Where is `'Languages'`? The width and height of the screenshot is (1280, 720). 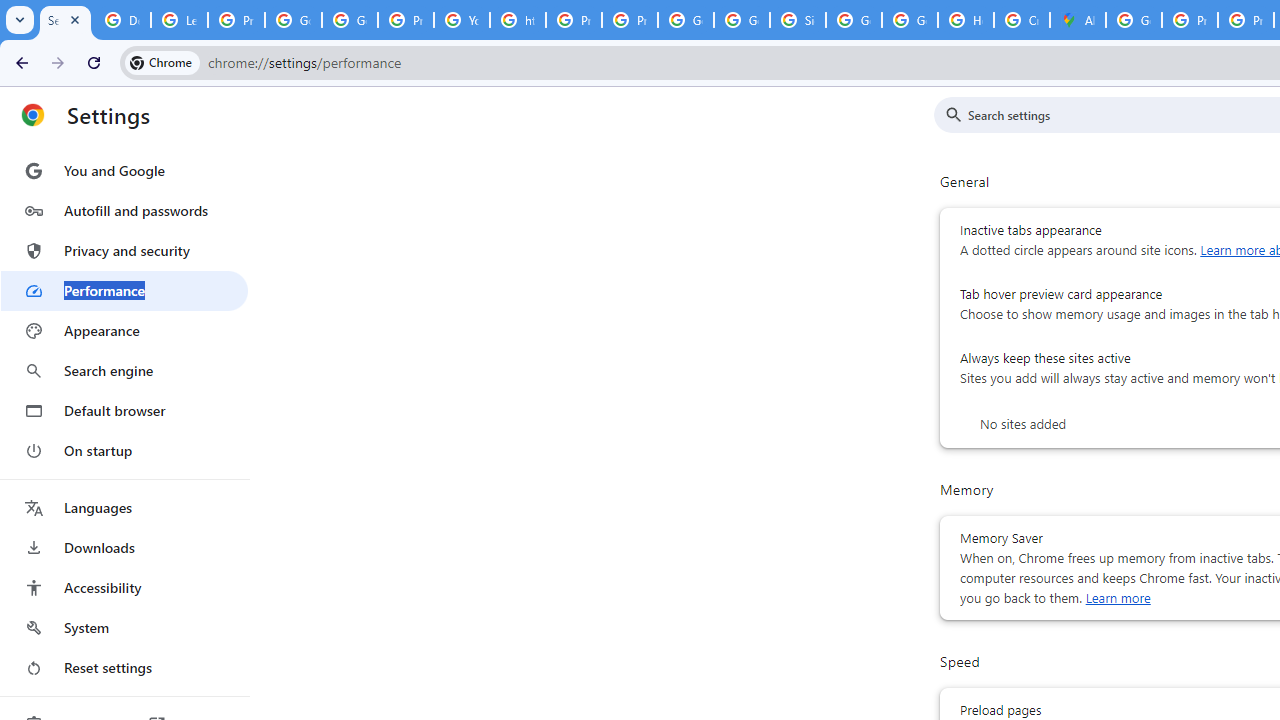 'Languages' is located at coordinates (123, 506).